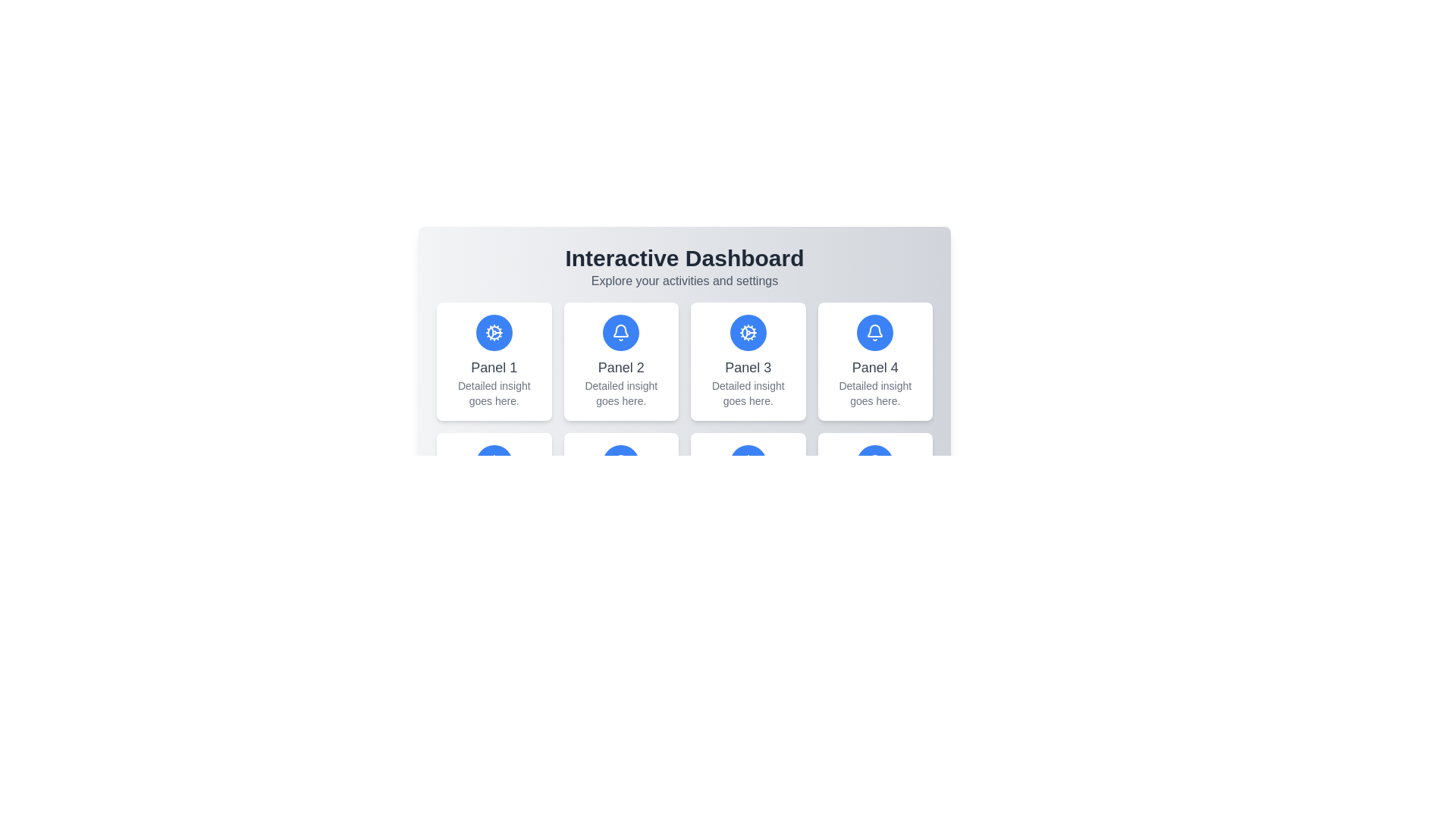 The height and width of the screenshot is (819, 1456). What do you see at coordinates (494, 332) in the screenshot?
I see `the circular blue button with a white gear icon located at the top-center of 'Panel 1'` at bounding box center [494, 332].